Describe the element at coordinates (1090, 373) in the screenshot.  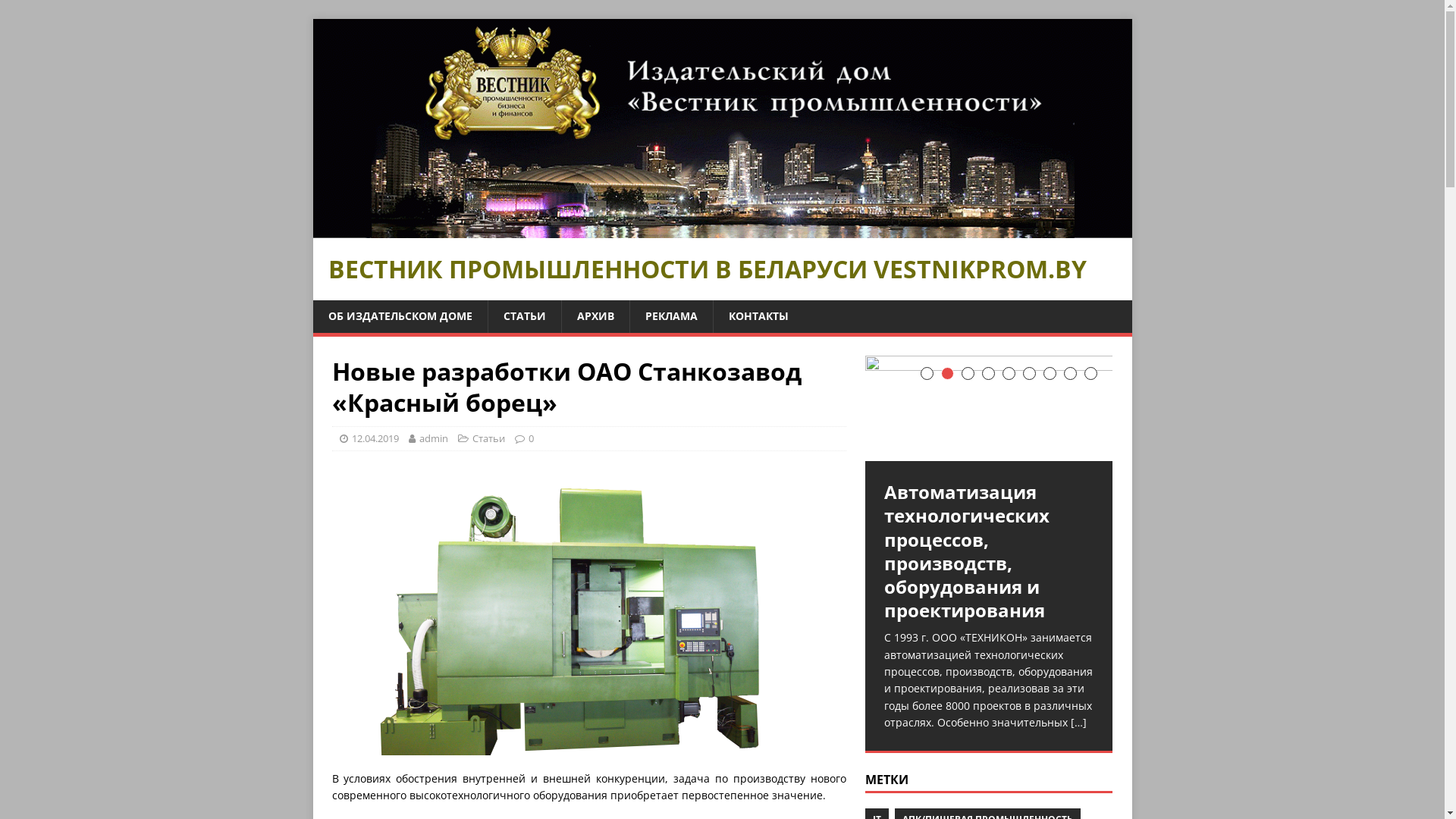
I see `'9'` at that location.